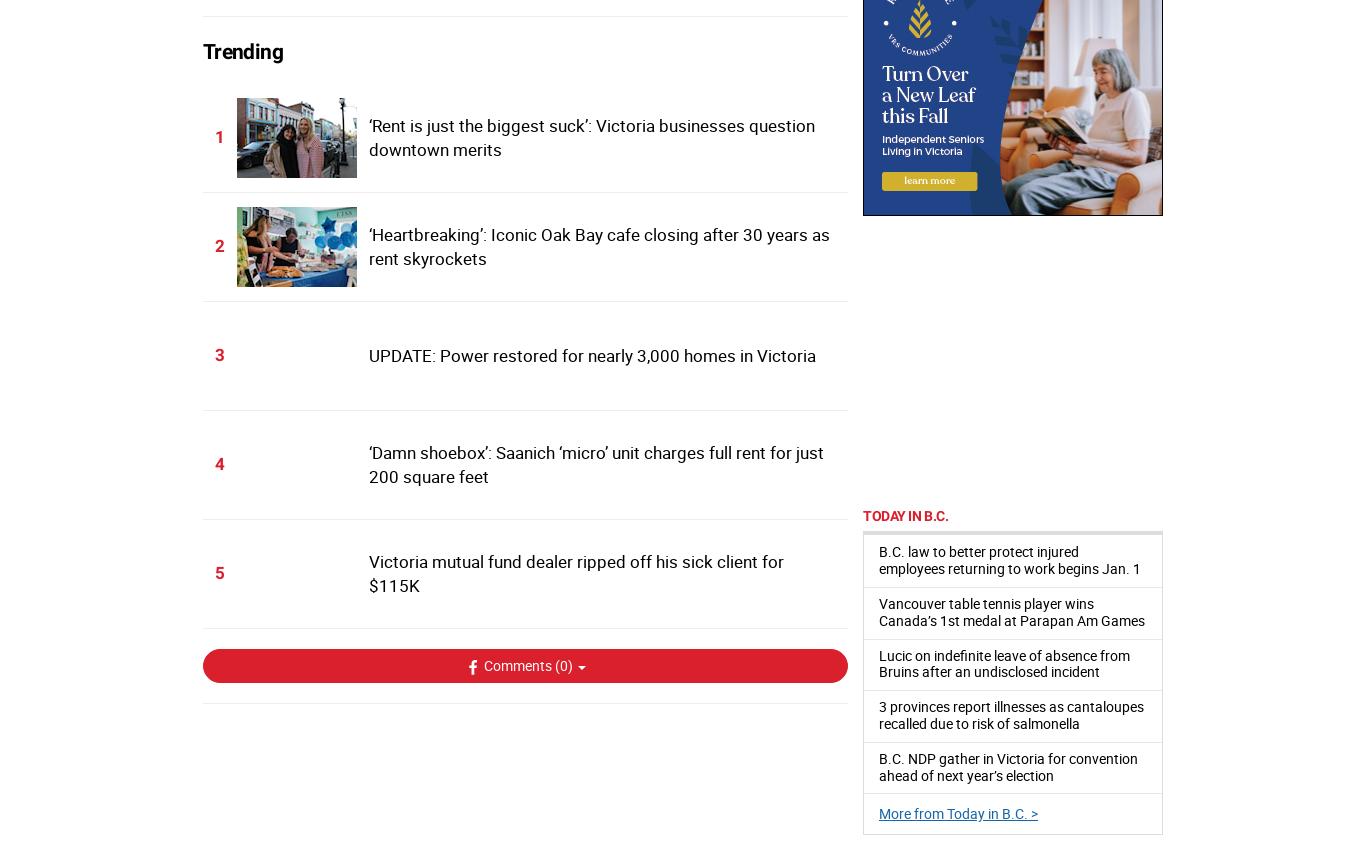 The width and height of the screenshot is (1366, 862). What do you see at coordinates (1011, 611) in the screenshot?
I see `'Vancouver table tennis player wins Canada’s 1st medal at Parapan Am Games'` at bounding box center [1011, 611].